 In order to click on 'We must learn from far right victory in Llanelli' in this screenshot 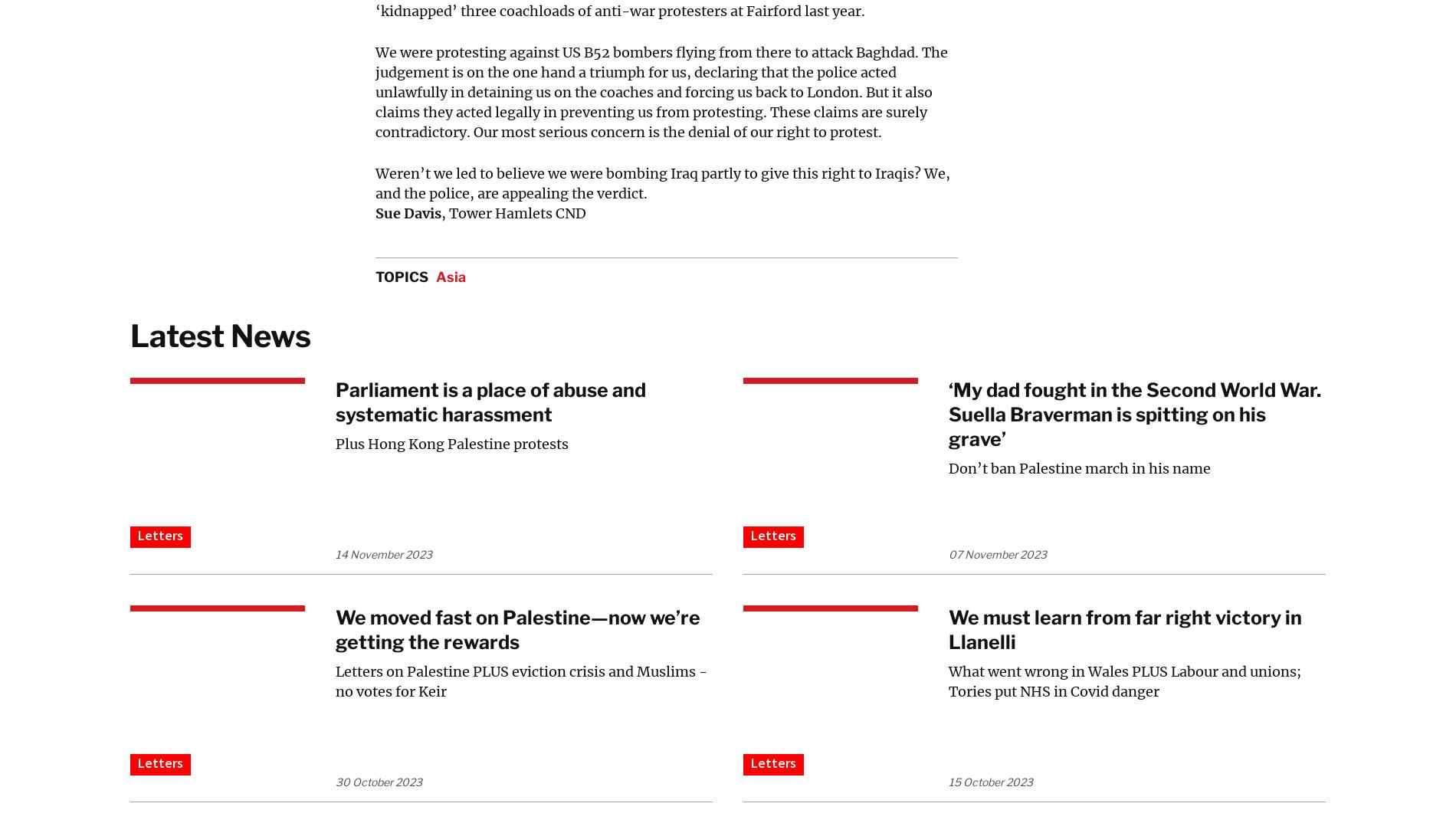, I will do `click(1125, 630)`.